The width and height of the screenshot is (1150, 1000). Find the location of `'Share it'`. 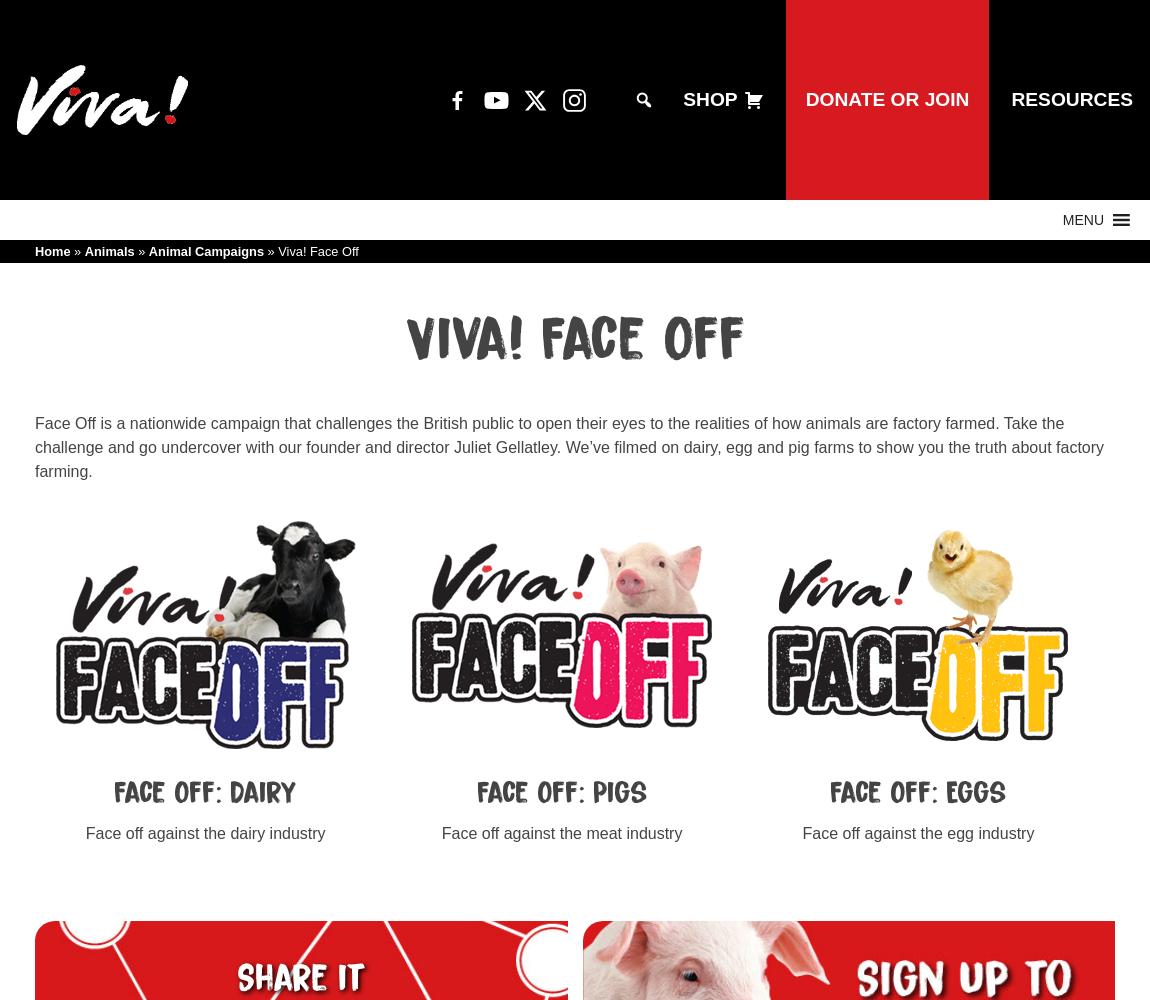

'Share it' is located at coordinates (300, 977).